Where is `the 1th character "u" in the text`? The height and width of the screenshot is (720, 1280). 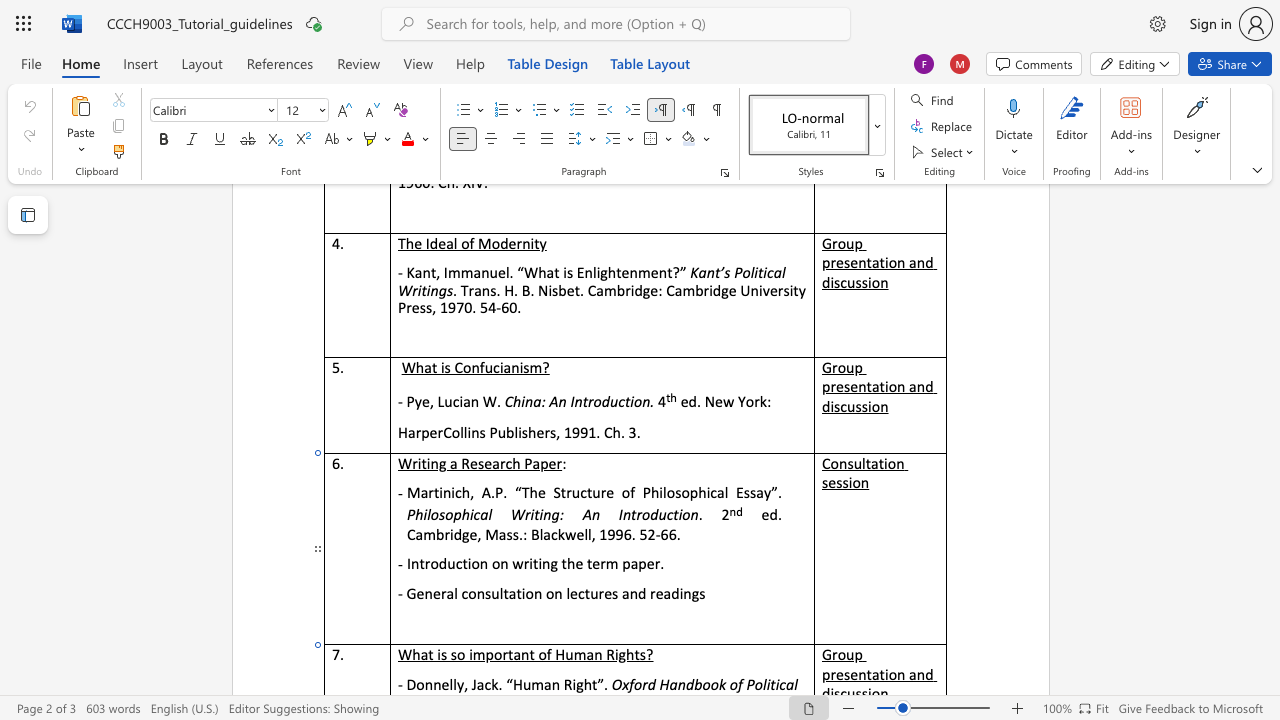
the 1th character "u" in the text is located at coordinates (568, 654).